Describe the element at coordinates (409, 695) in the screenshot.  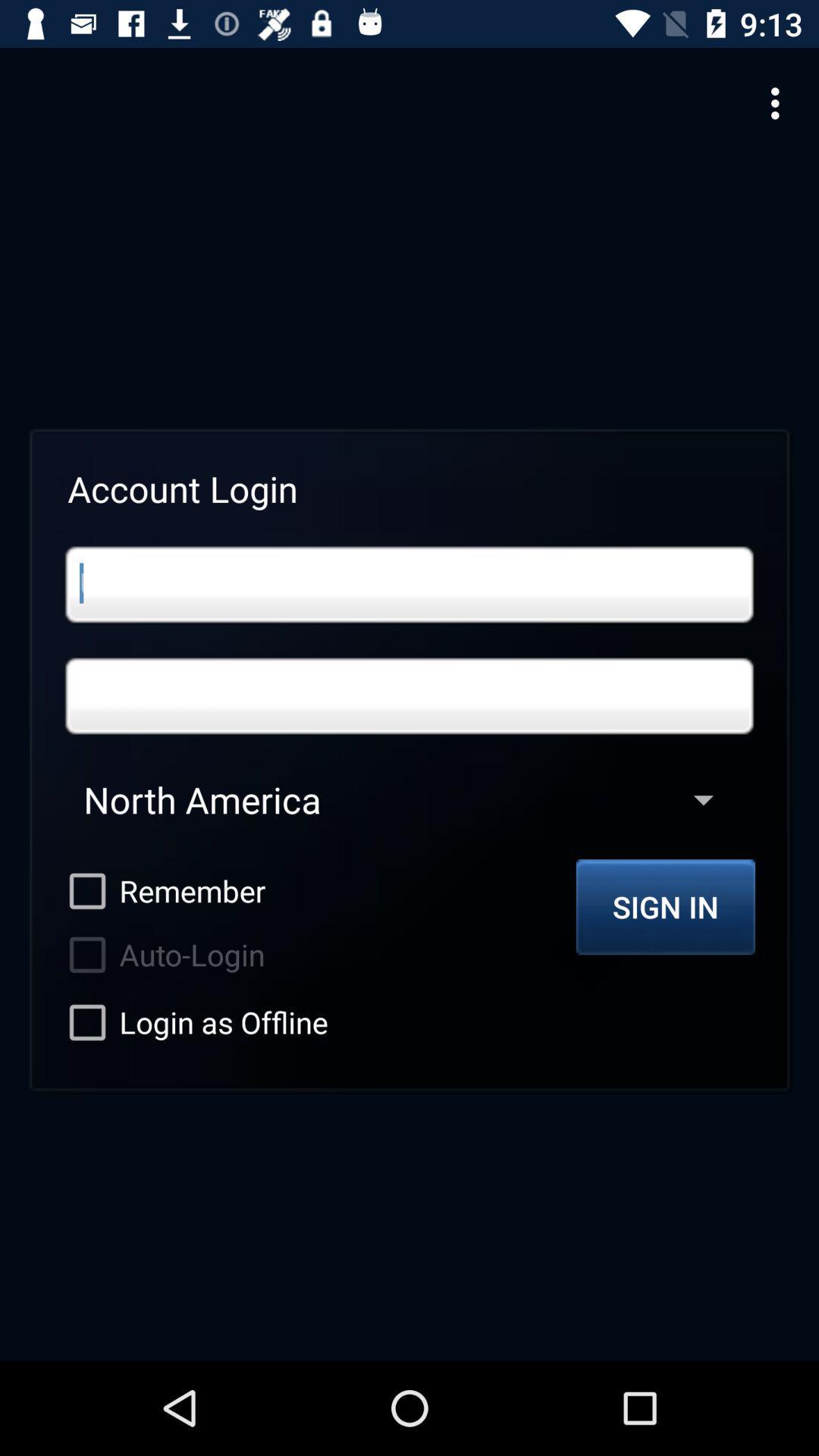
I see `password login` at that location.